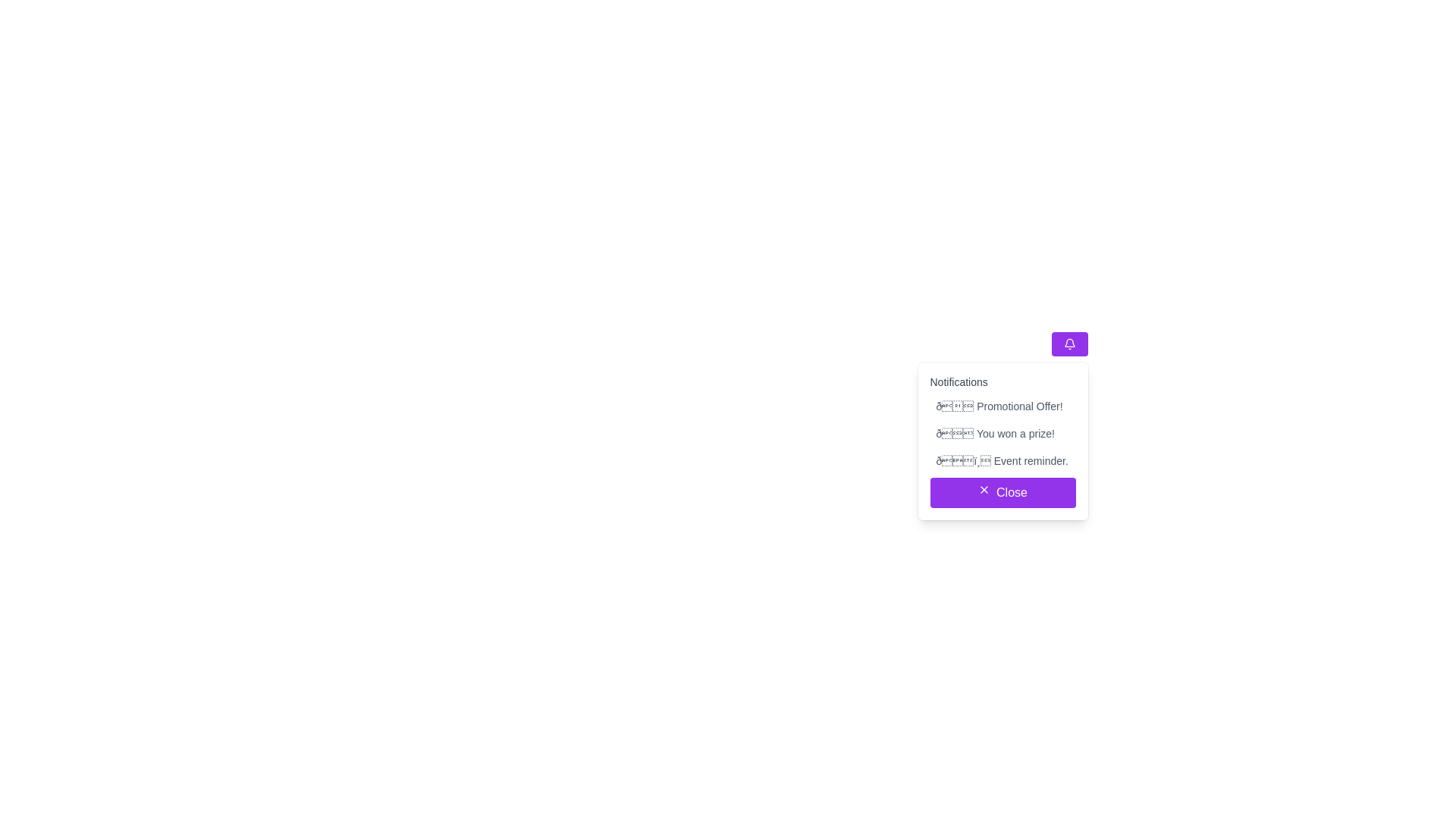 This screenshot has height=819, width=1456. What do you see at coordinates (1068, 485) in the screenshot?
I see `the 'Close' button with a purple background and white text, located at the bottom of the notification modal` at bounding box center [1068, 485].